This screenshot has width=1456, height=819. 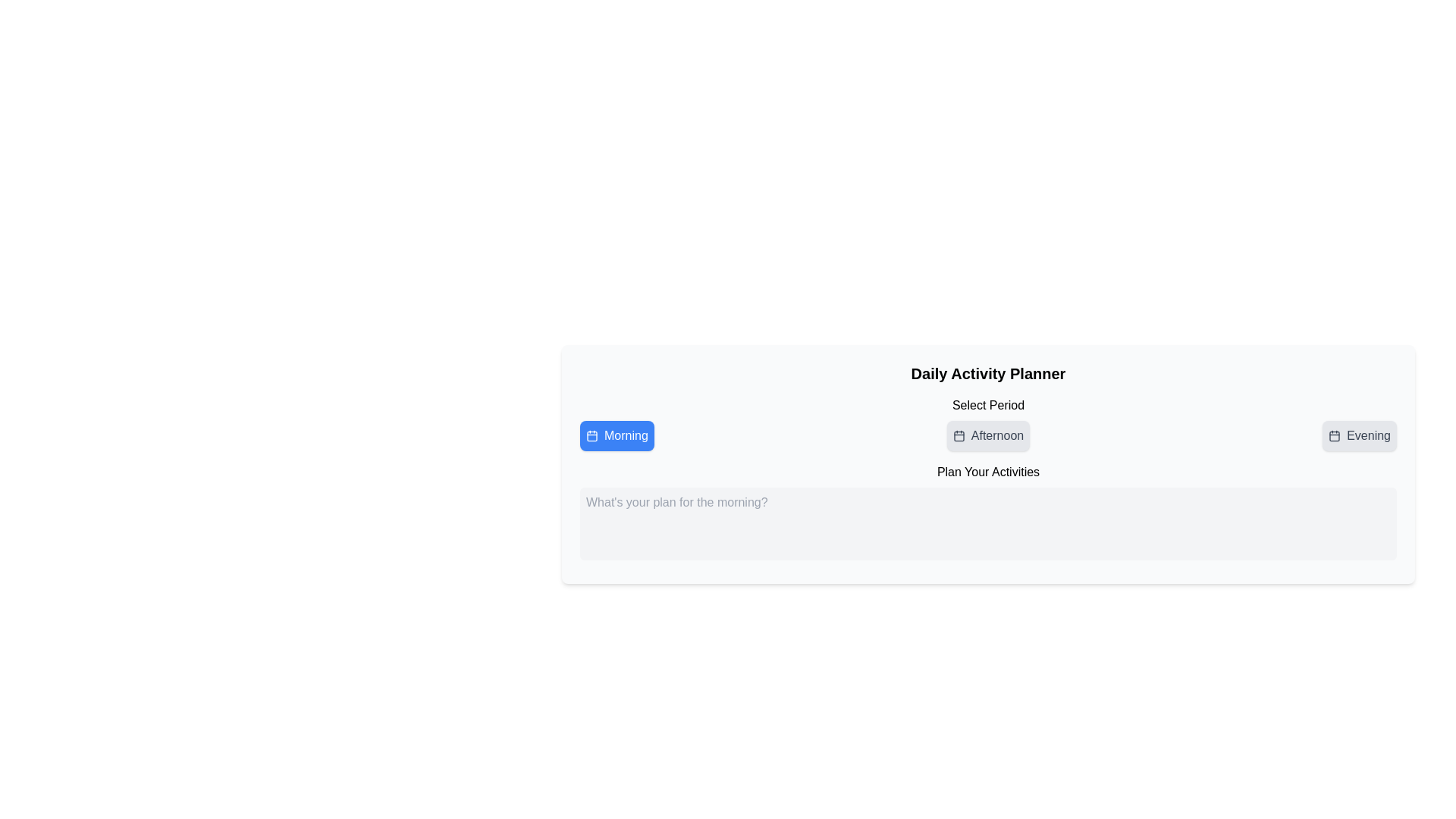 I want to click on the text label reading 'Evening' which is the third item in a horizontal sequence of day-period options within the 'Select Period' panel, so click(x=1369, y=435).